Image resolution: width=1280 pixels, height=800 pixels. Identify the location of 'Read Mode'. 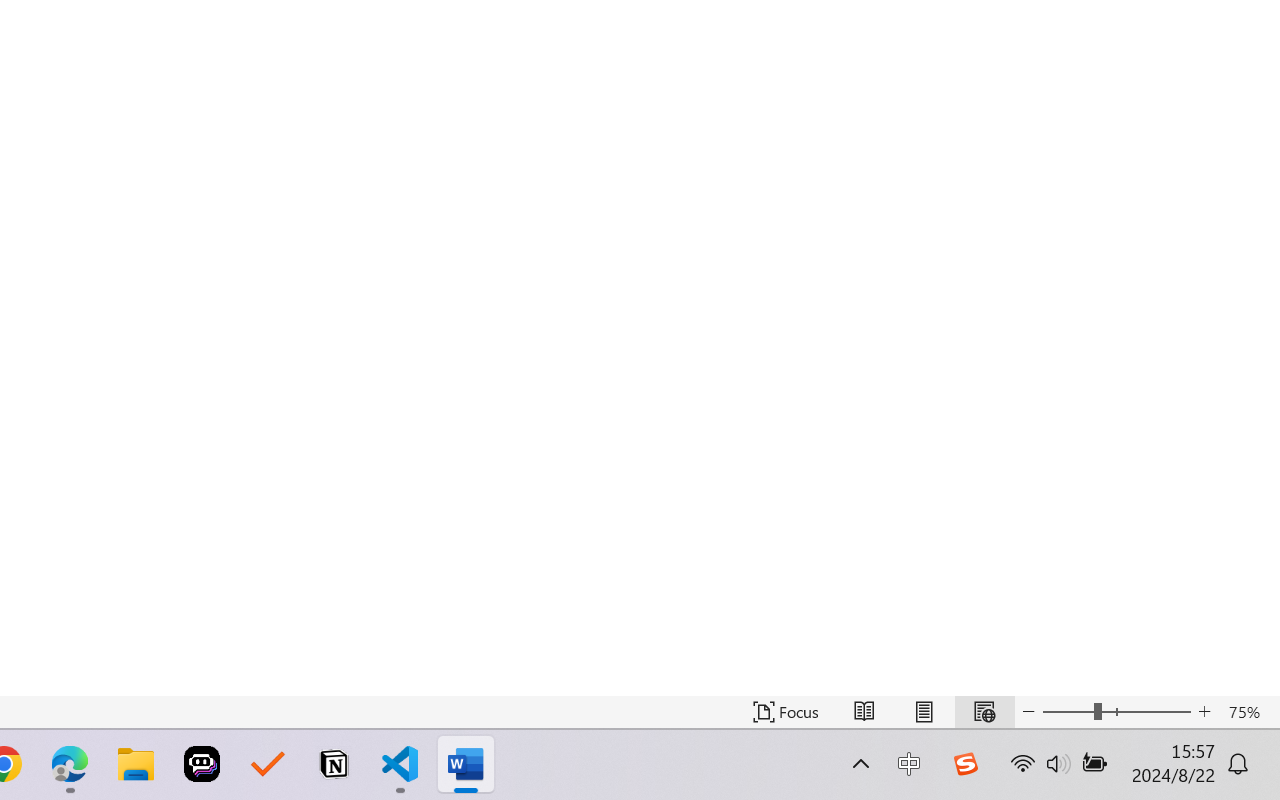
(864, 711).